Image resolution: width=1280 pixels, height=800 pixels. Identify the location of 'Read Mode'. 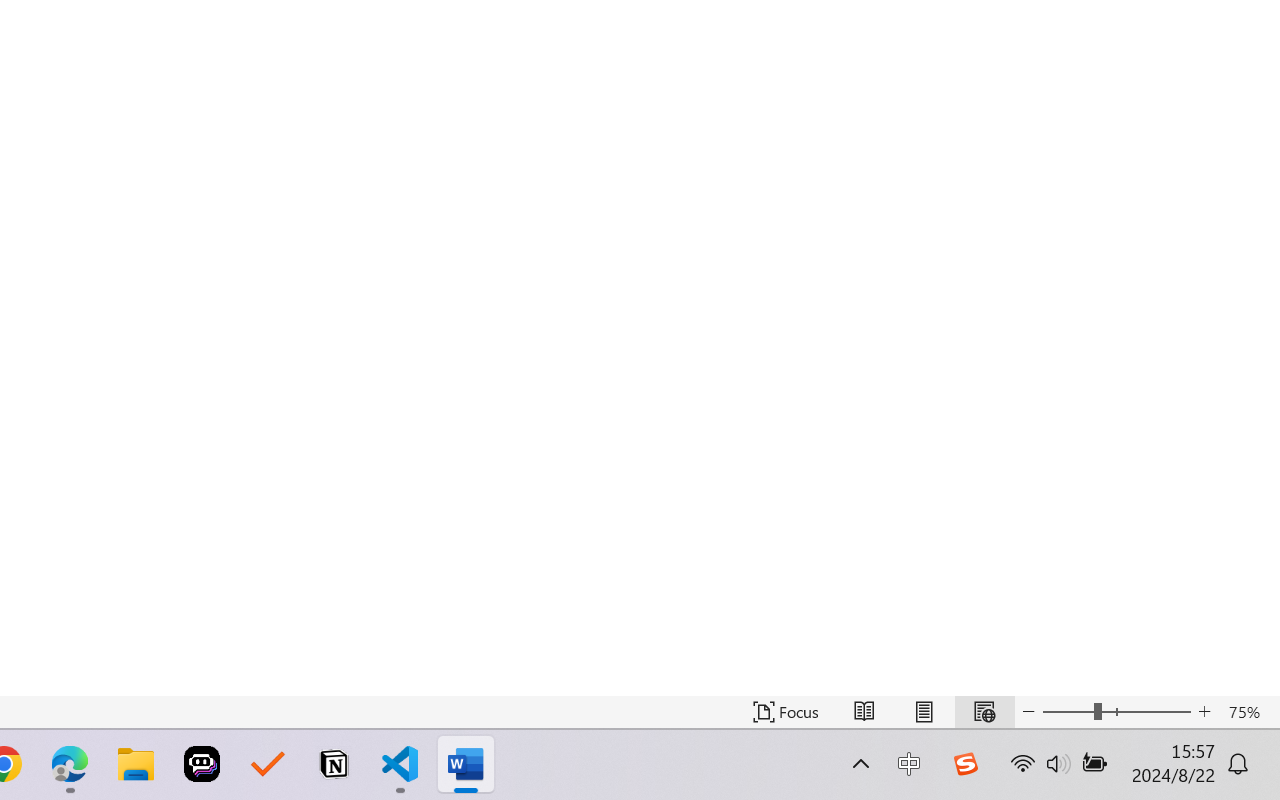
(864, 711).